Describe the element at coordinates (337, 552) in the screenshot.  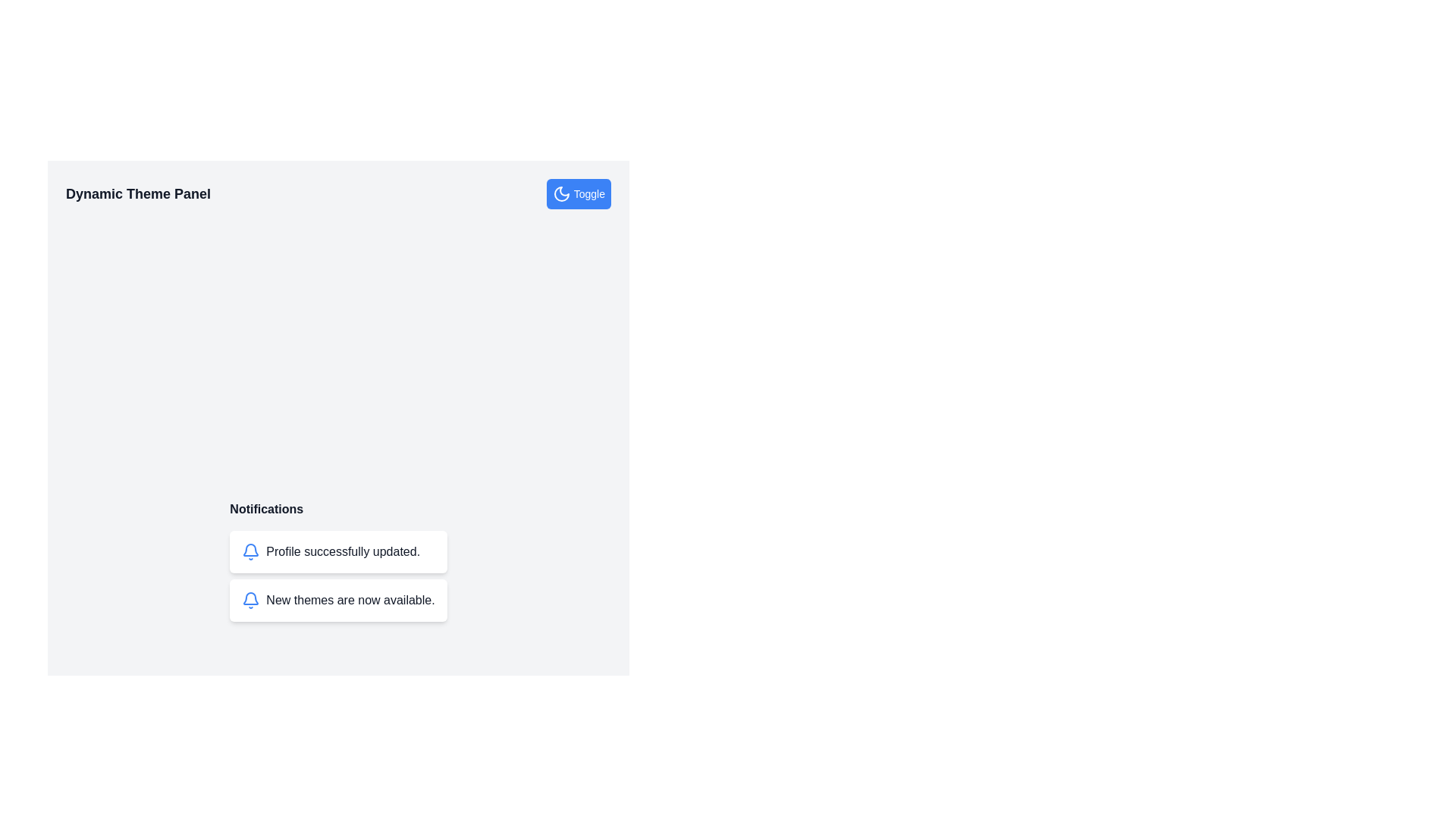
I see `the Notification Box that indicates the profile has been successfully updated, located under the 'Notifications' heading` at that location.